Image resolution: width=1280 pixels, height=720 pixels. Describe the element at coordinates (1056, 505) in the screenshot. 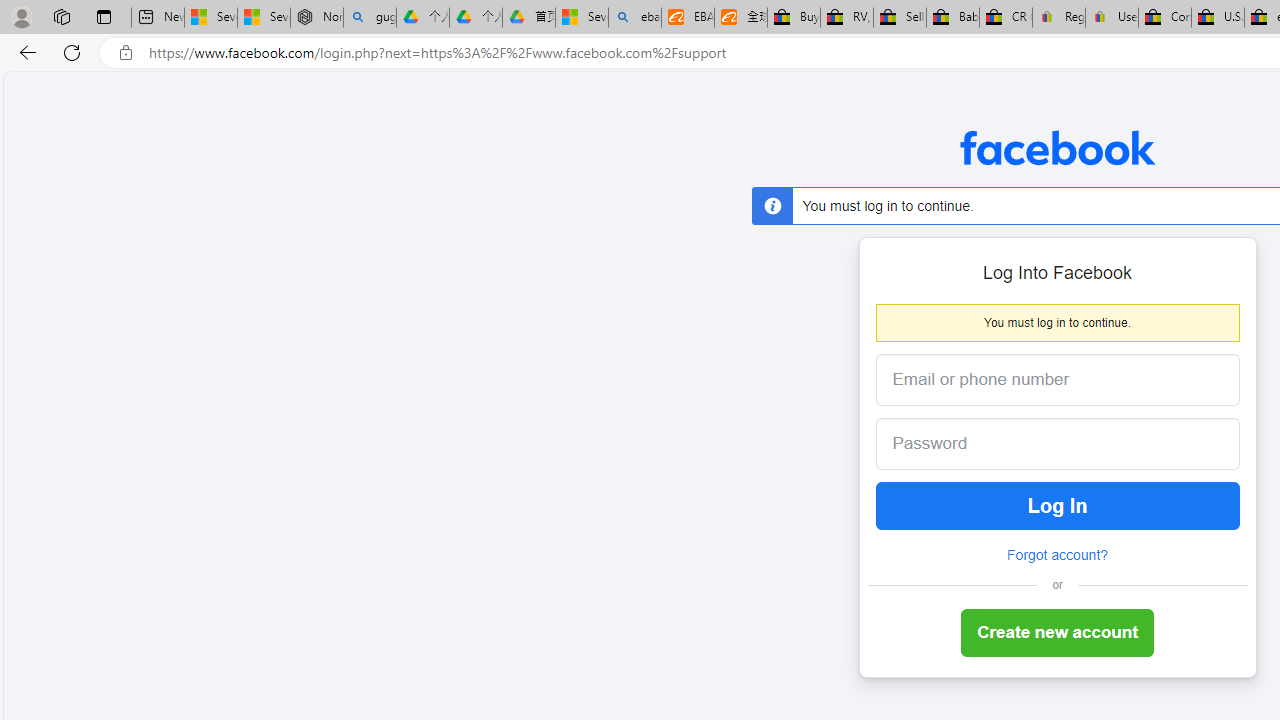

I see `'Log In'` at that location.